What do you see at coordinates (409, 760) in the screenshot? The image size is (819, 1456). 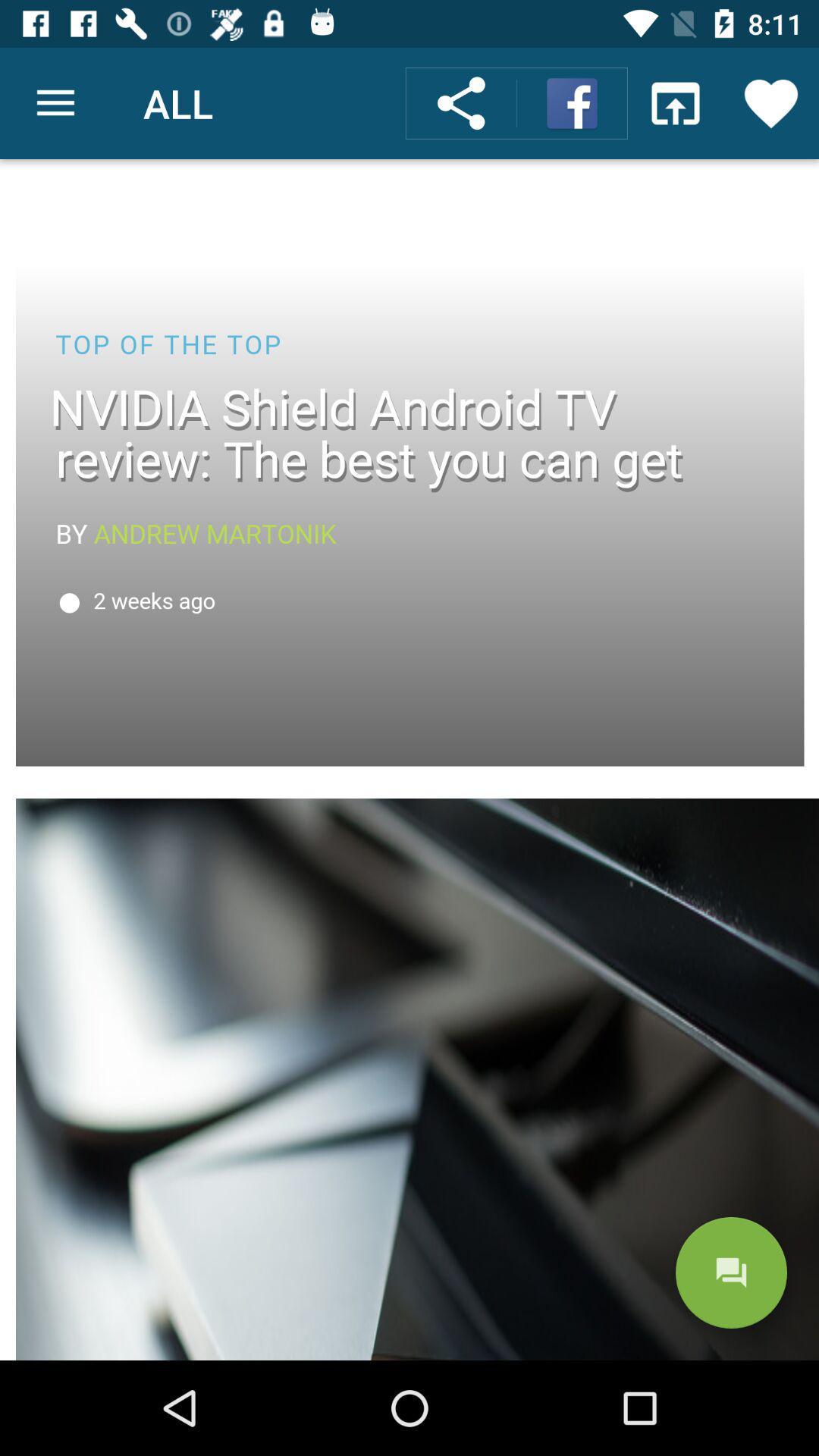 I see `web page and application page` at bounding box center [409, 760].